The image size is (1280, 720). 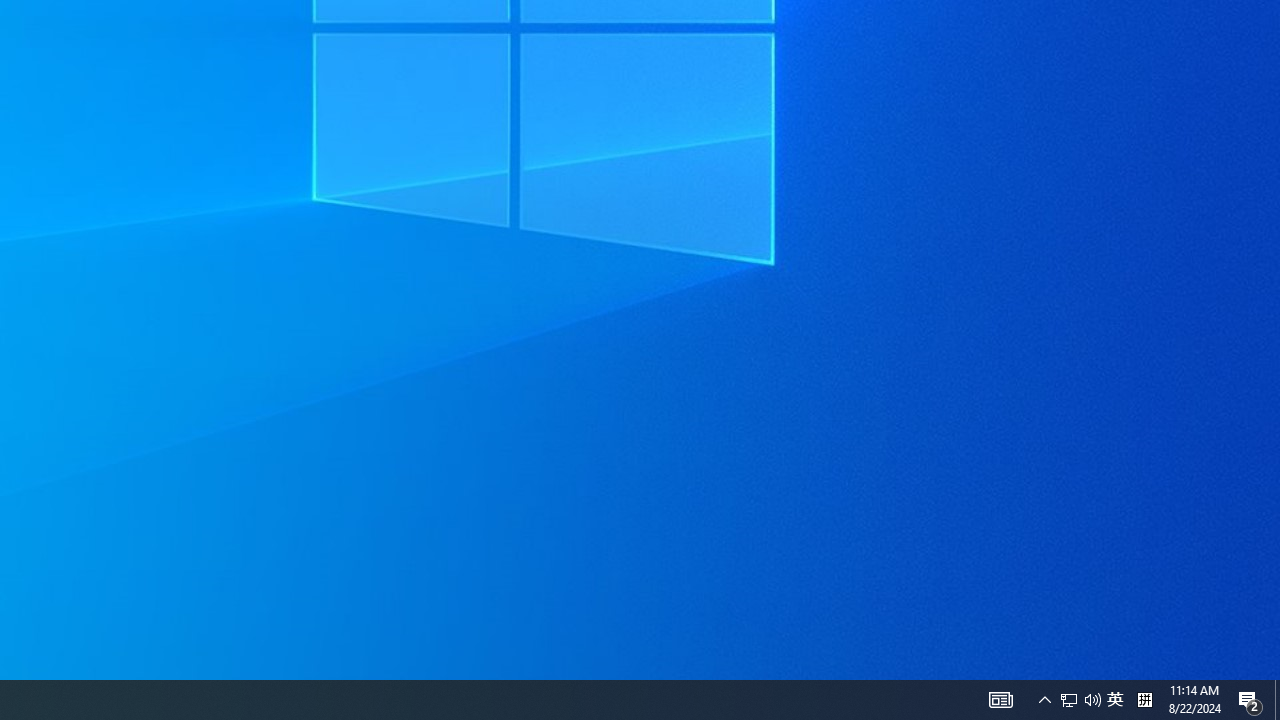 What do you see at coordinates (1044, 698) in the screenshot?
I see `'Notification Chevron'` at bounding box center [1044, 698].